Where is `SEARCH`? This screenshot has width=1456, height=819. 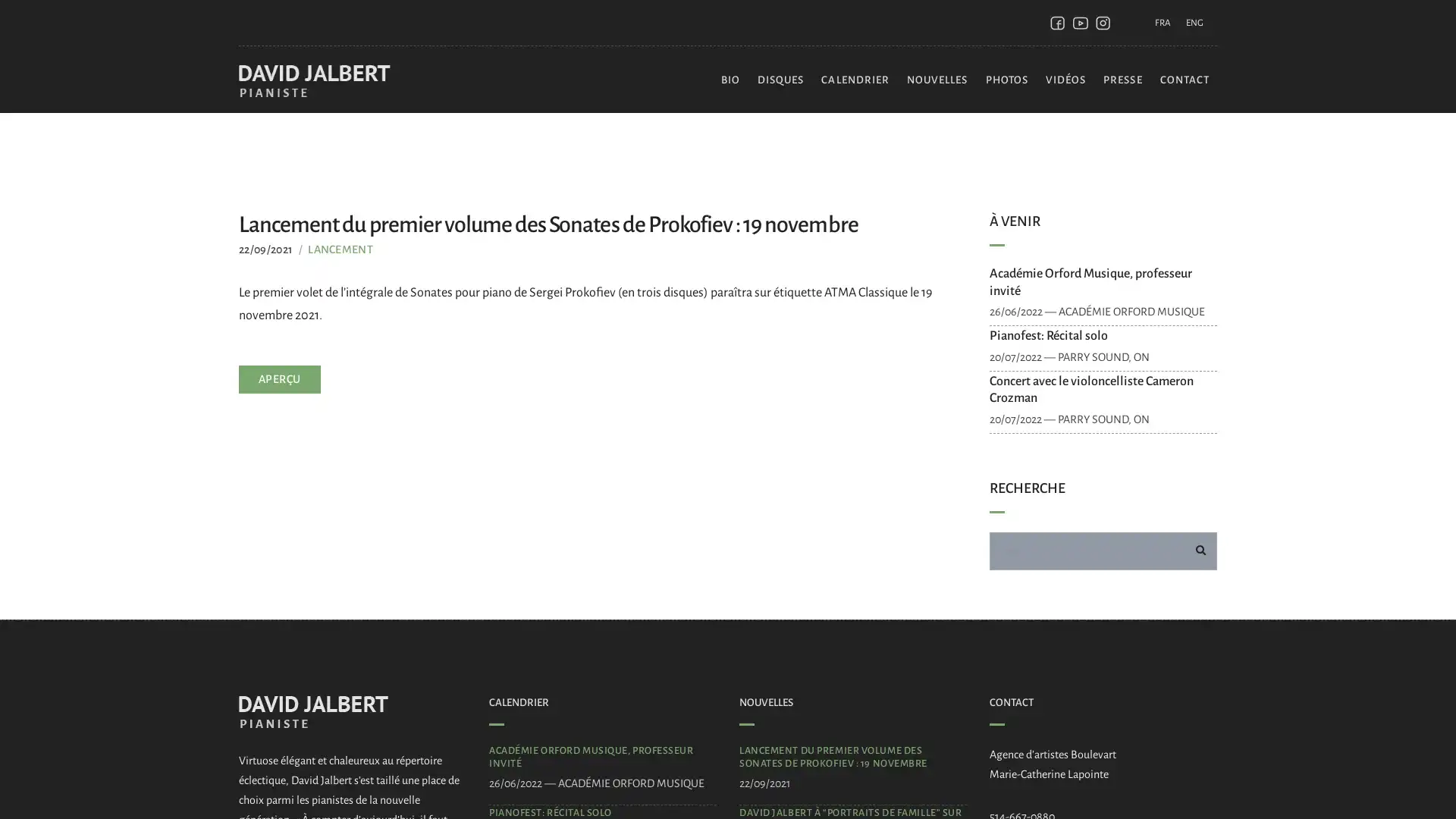
SEARCH is located at coordinates (1200, 550).